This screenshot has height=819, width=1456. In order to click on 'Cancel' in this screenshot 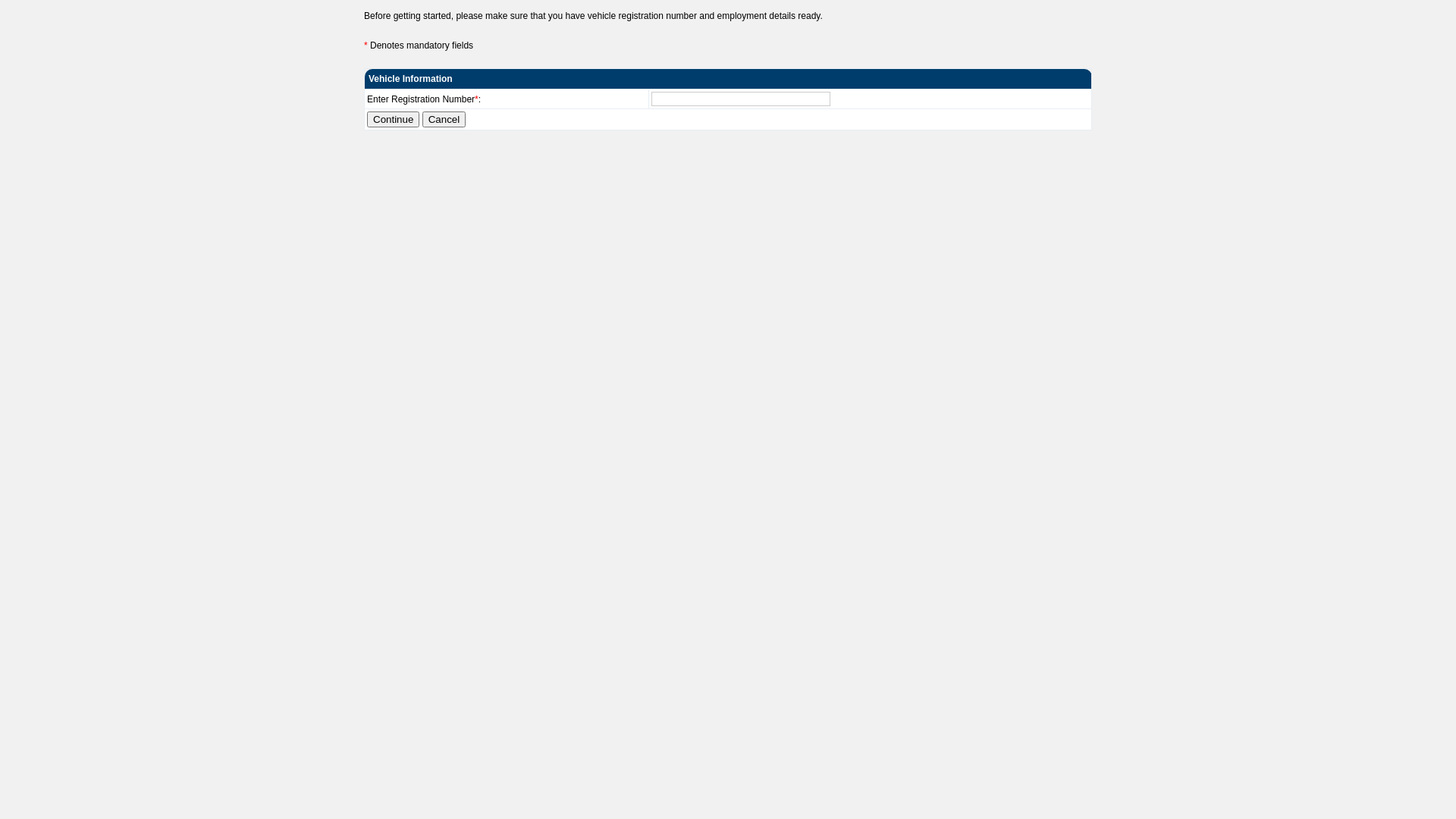, I will do `click(422, 118)`.